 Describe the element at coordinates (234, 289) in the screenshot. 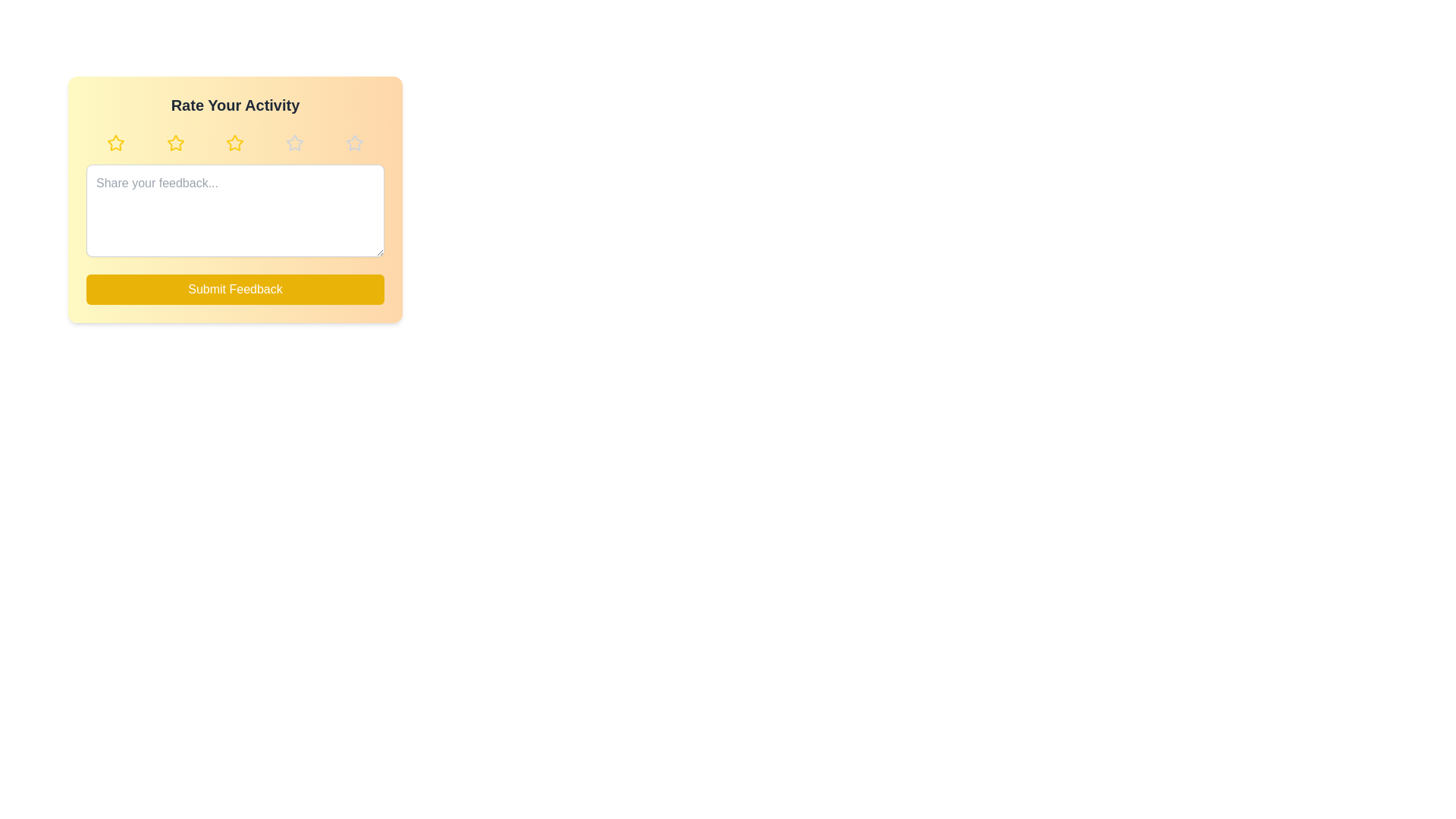

I see `'Submit Feedback' button to submit the feedback form` at that location.